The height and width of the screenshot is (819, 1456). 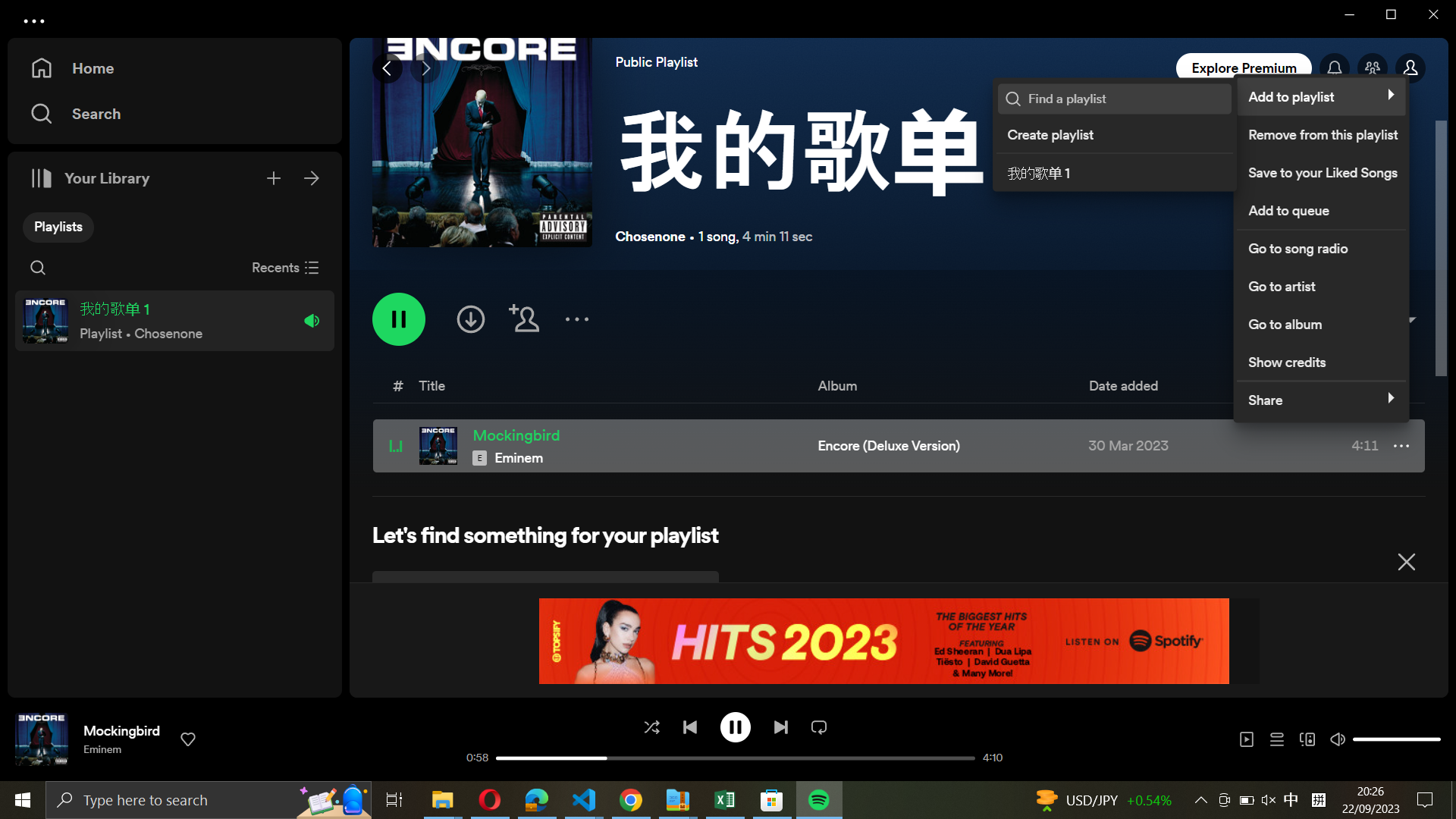 What do you see at coordinates (188, 738) in the screenshot?
I see `Give thumbs up to song` at bounding box center [188, 738].